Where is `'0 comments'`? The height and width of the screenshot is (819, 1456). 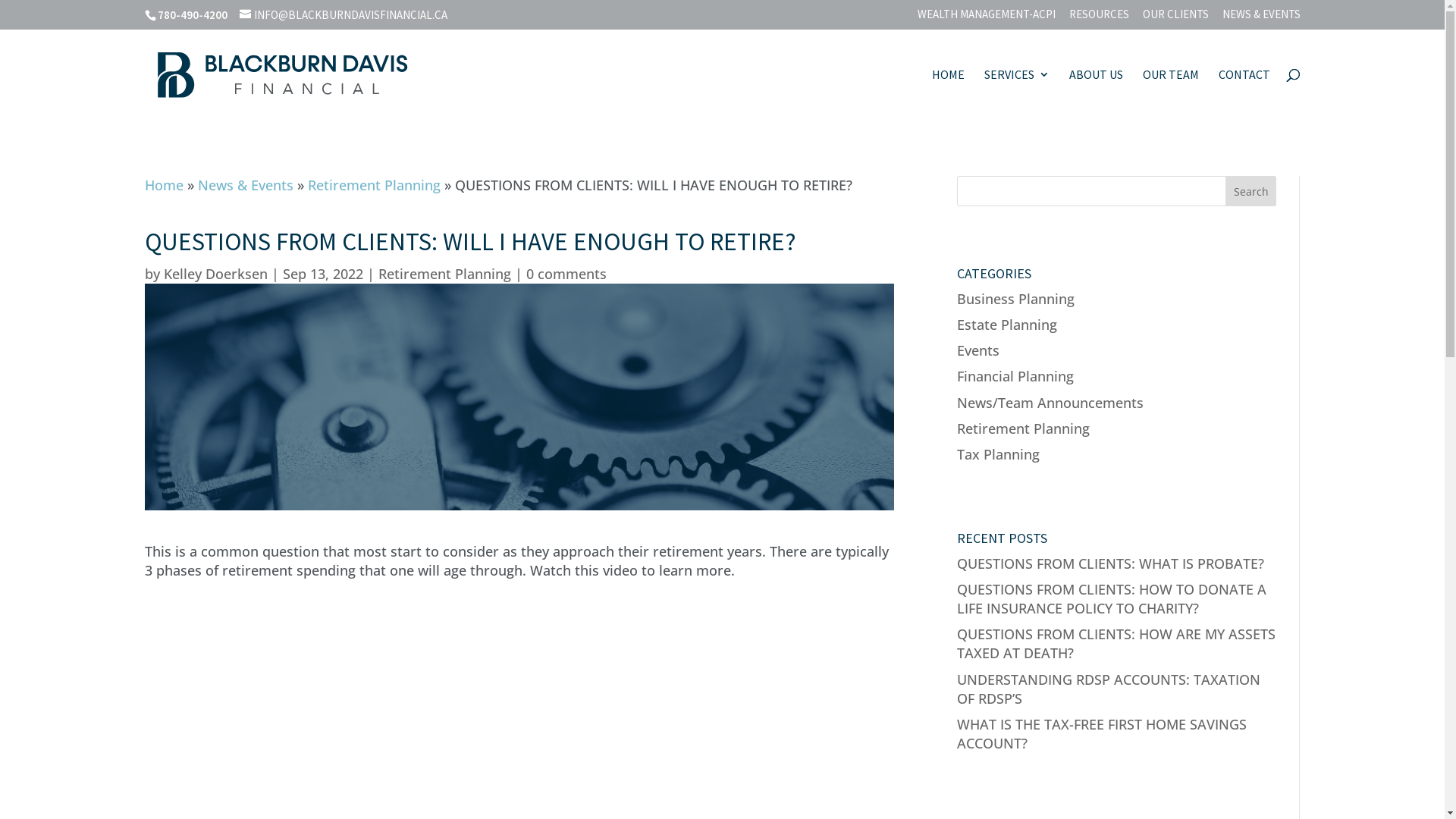
'0 comments' is located at coordinates (526, 274).